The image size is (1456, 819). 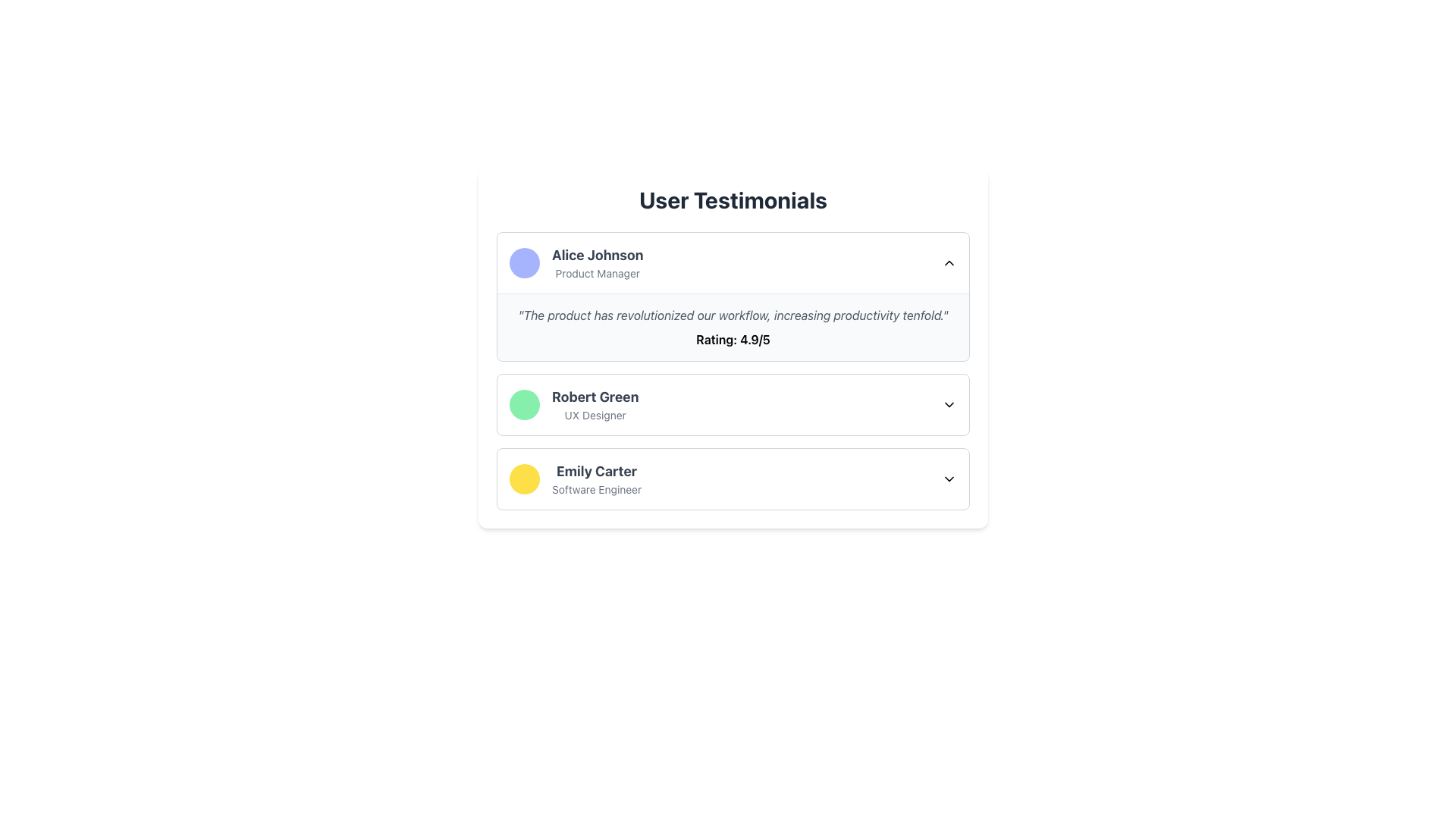 What do you see at coordinates (949, 403) in the screenshot?
I see `the Dropdown toggle icon` at bounding box center [949, 403].